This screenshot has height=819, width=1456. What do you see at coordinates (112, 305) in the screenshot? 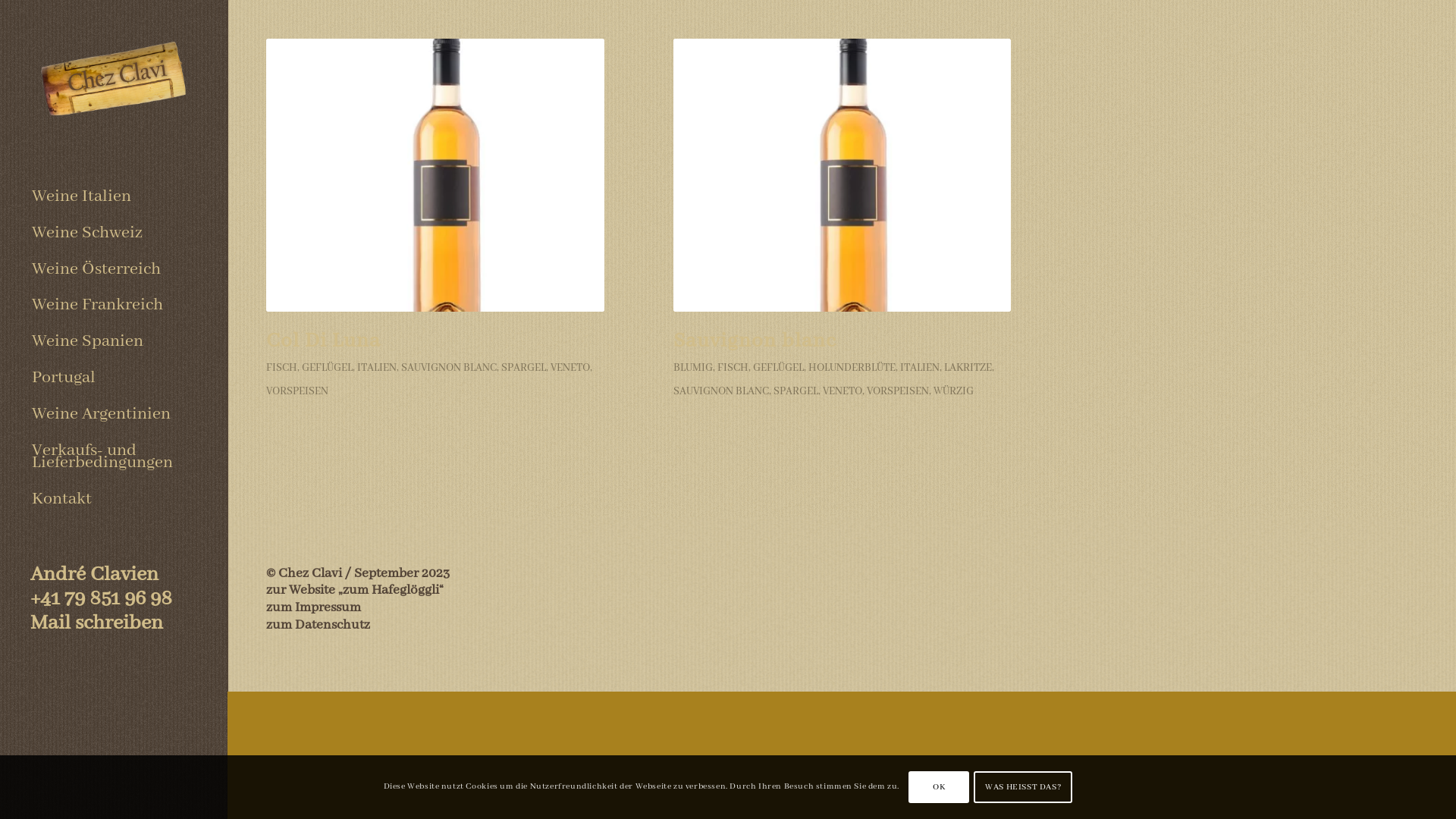
I see `'Weine Frankreich'` at bounding box center [112, 305].